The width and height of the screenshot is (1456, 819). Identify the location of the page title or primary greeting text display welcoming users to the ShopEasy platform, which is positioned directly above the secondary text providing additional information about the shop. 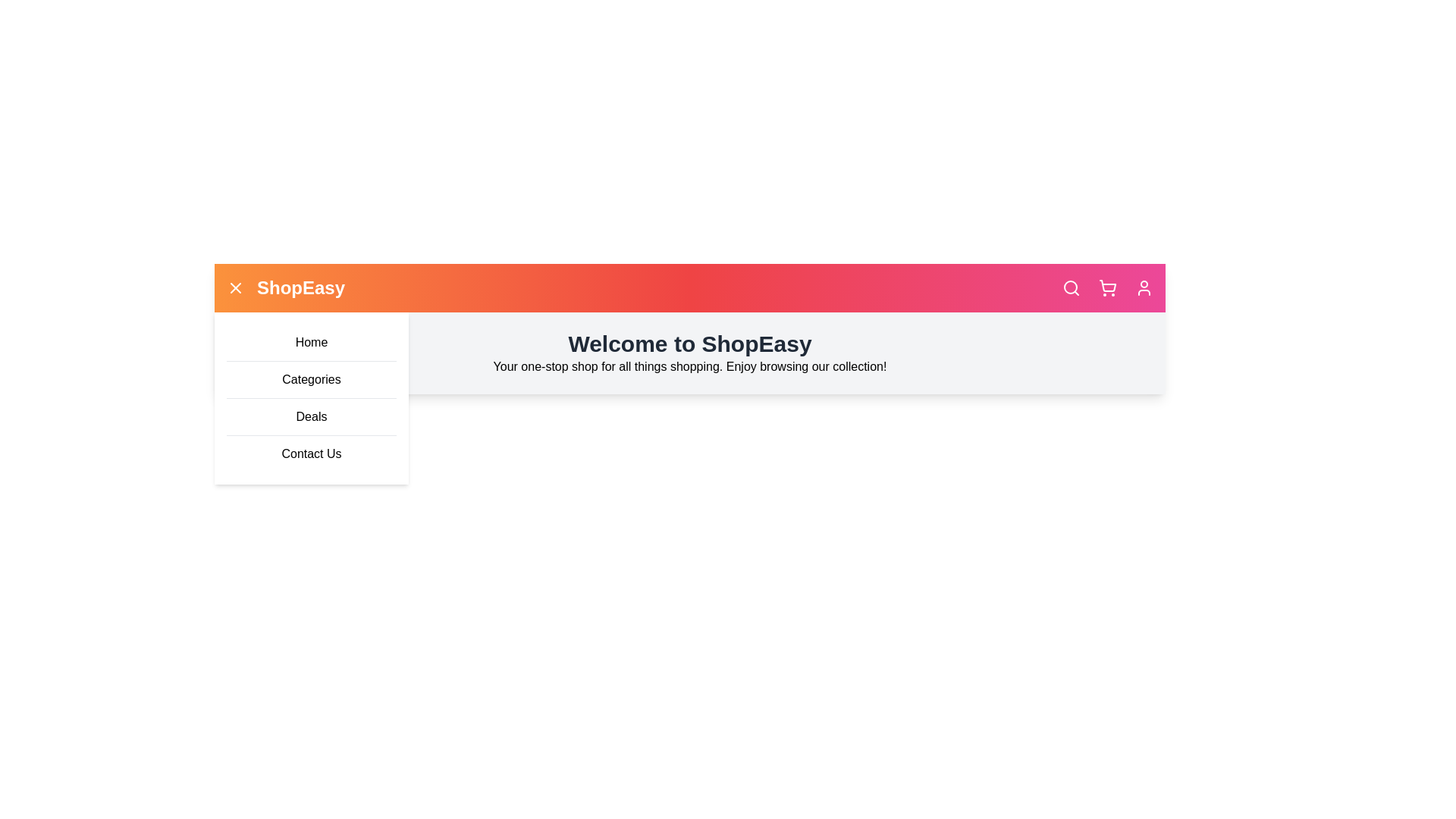
(689, 344).